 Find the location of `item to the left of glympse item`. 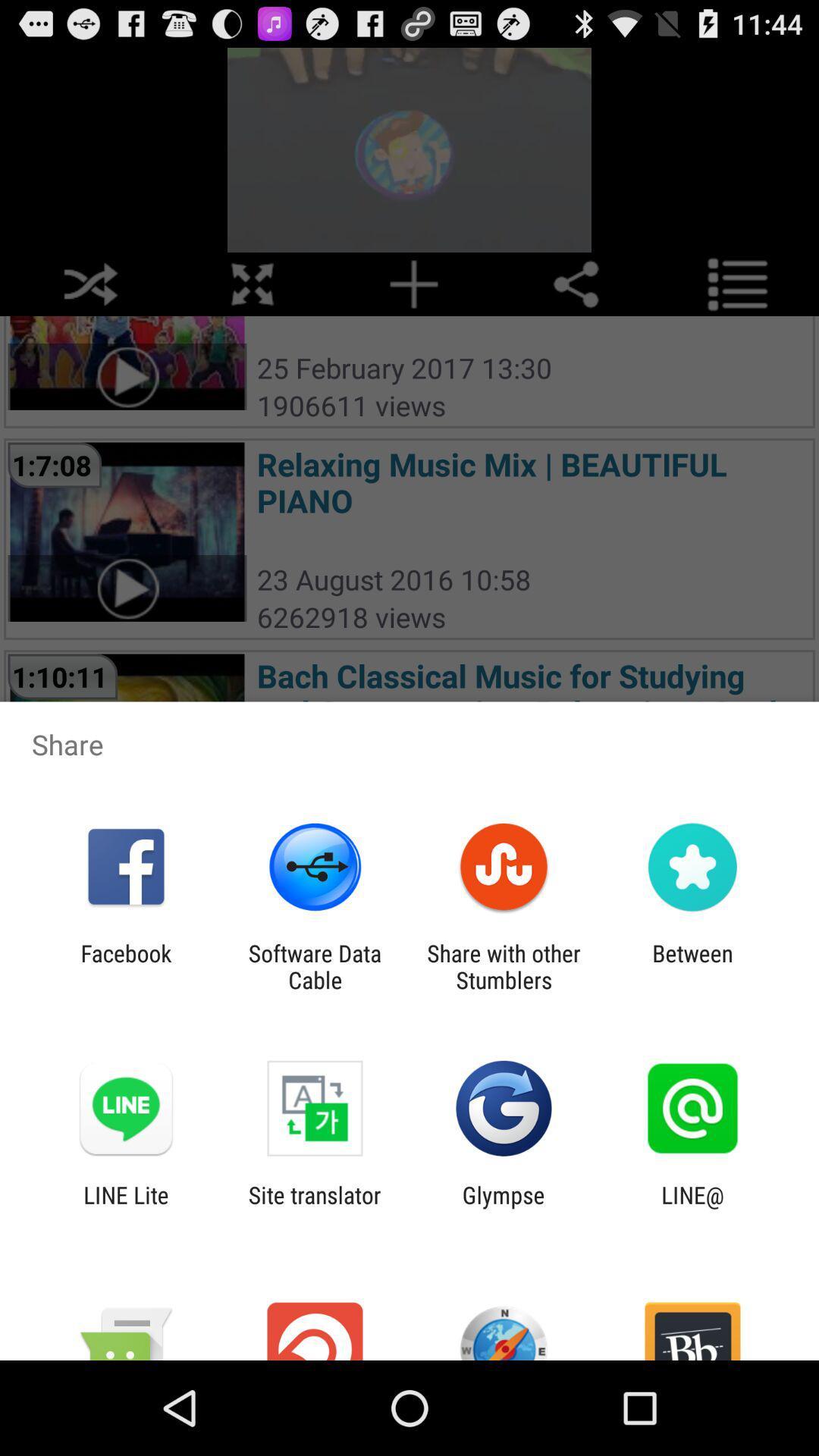

item to the left of glympse item is located at coordinates (314, 1207).